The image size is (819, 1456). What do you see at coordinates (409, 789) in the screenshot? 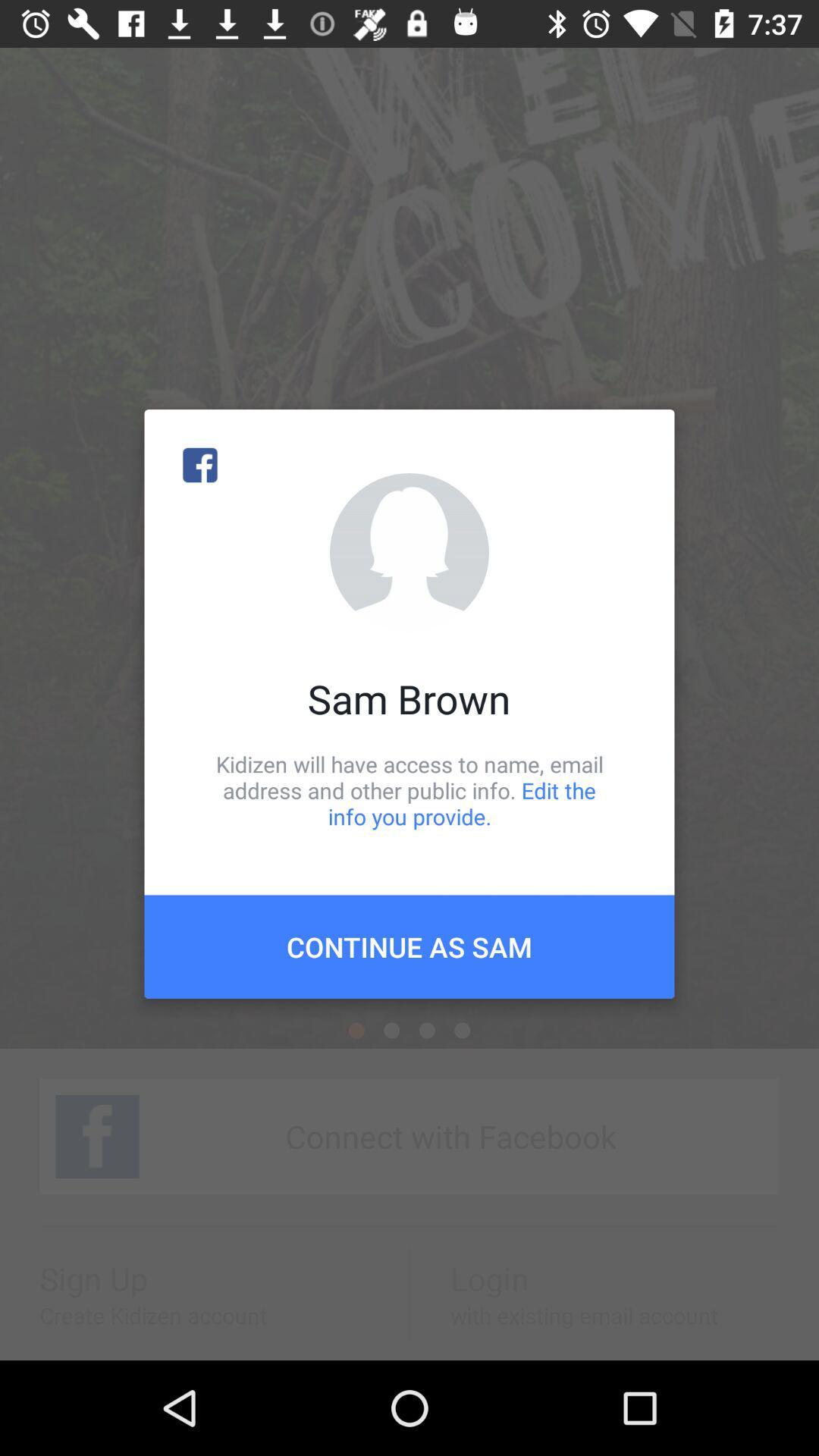
I see `icon below the sam brown item` at bounding box center [409, 789].